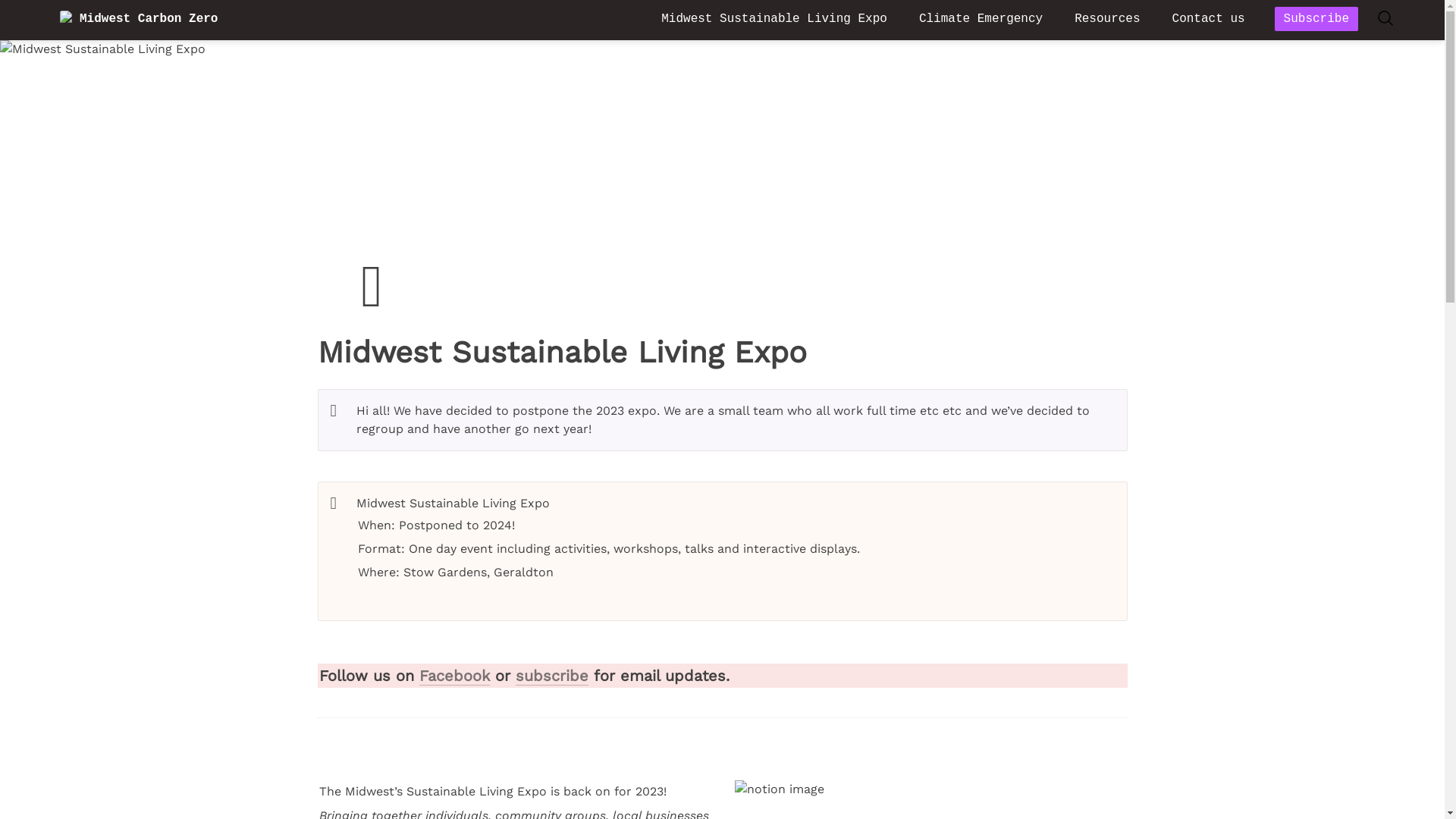 The width and height of the screenshot is (1456, 819). I want to click on 'Facebook', so click(453, 675).